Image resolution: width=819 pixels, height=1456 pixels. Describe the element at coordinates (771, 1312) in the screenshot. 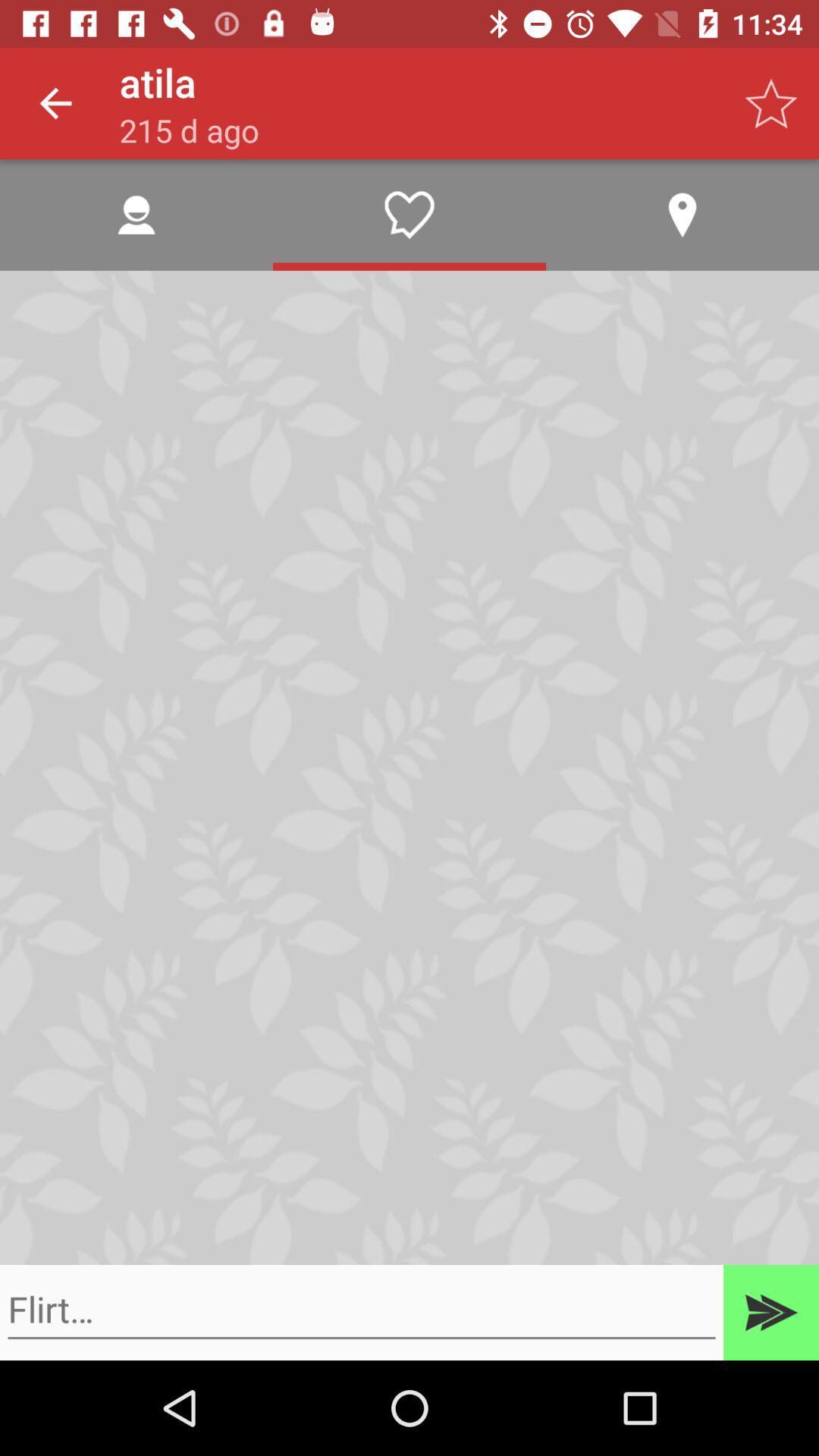

I see `send message` at that location.